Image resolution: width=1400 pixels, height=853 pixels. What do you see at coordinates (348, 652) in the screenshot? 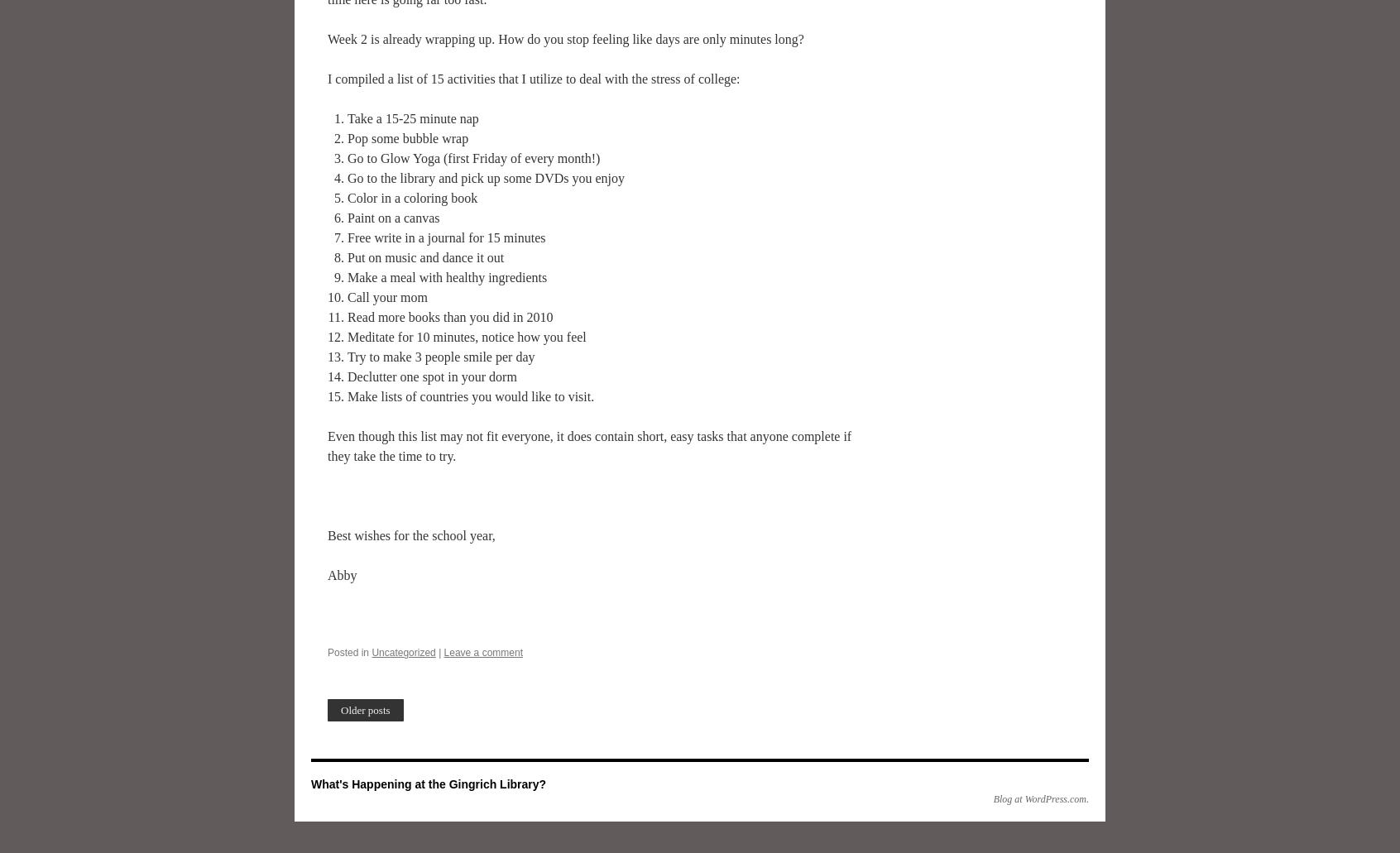
I see `'Posted in'` at bounding box center [348, 652].